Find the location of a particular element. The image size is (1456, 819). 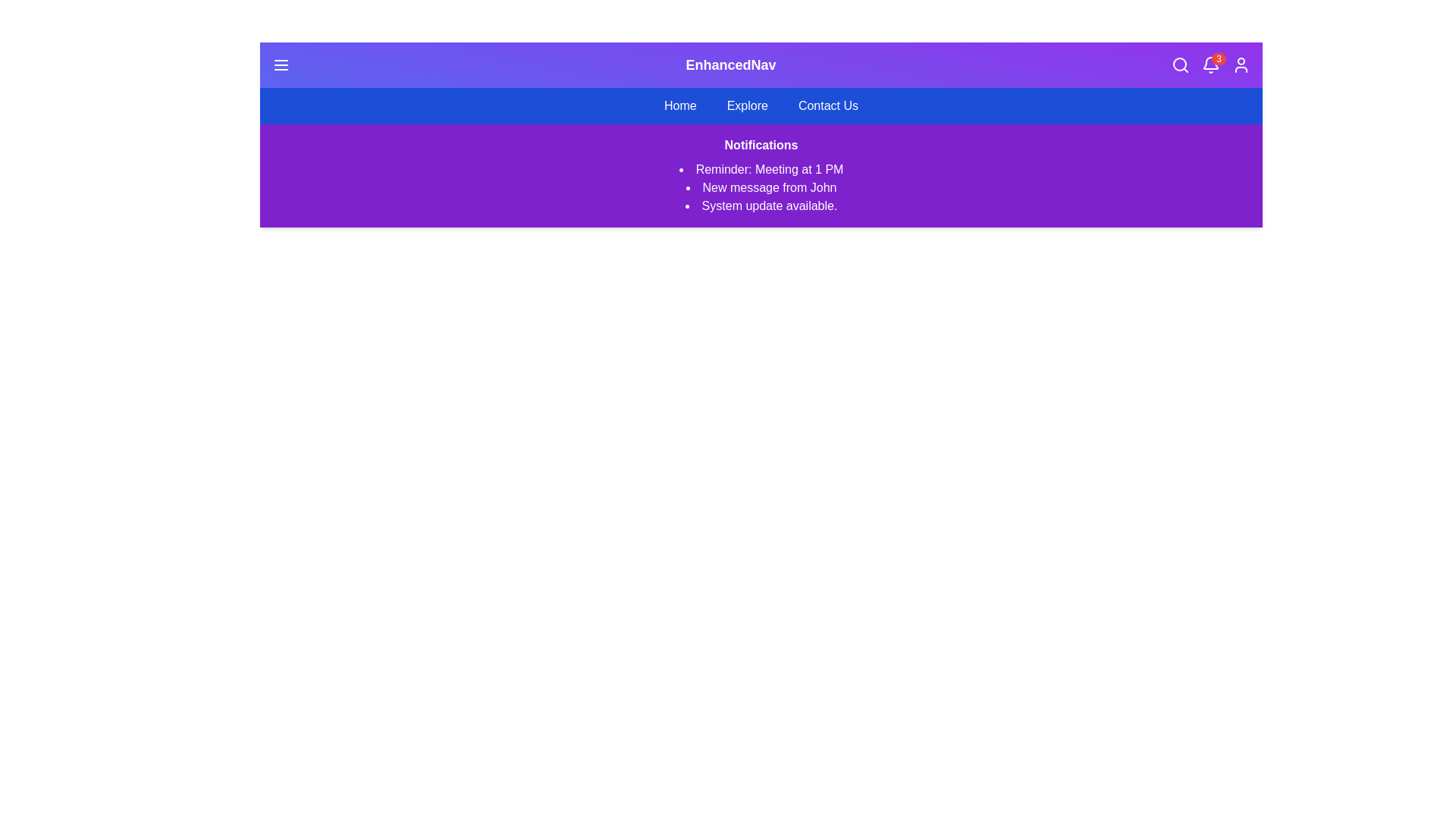

the Notification Bell Icon with Badge located is located at coordinates (1210, 64).